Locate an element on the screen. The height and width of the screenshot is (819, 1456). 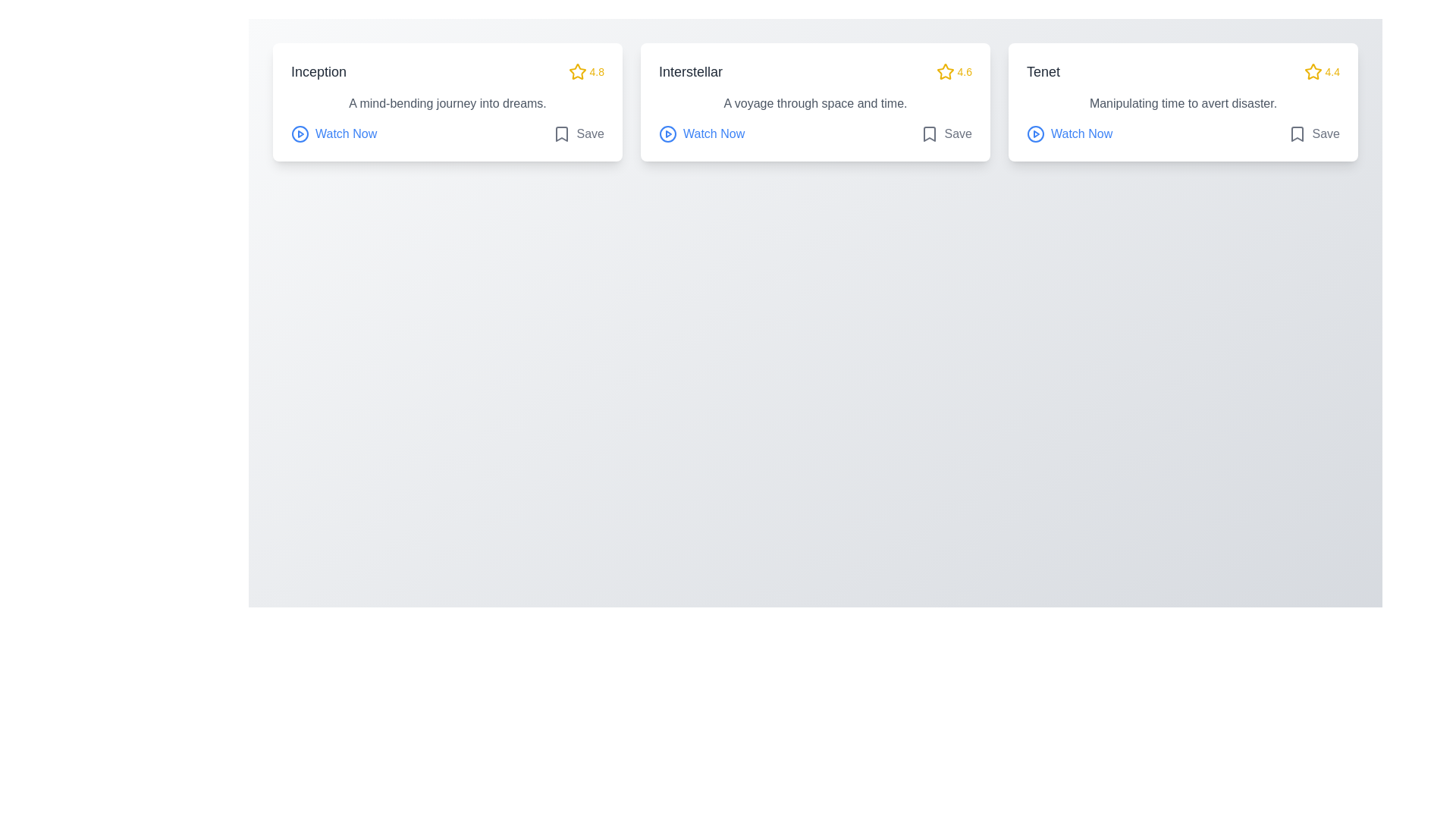
the star icon with a yellow outline located in the top-right corner of the 'Tenet' card, which is positioned next to the '4.4' rating text is located at coordinates (1312, 72).